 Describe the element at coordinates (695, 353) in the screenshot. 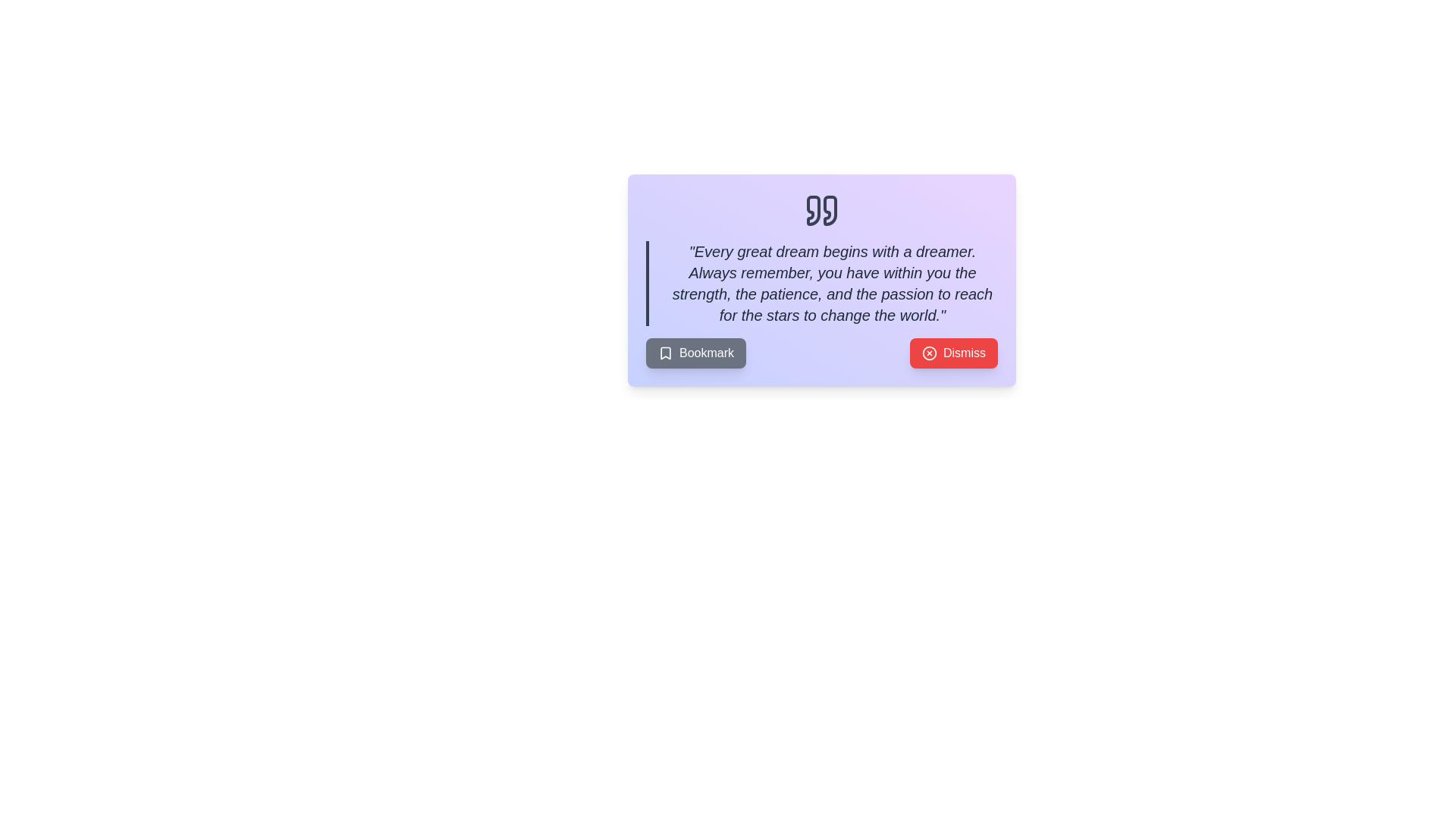

I see `the 'Bookmark' button located on the left side of a row of buttons, which has a gray background and white text` at that location.